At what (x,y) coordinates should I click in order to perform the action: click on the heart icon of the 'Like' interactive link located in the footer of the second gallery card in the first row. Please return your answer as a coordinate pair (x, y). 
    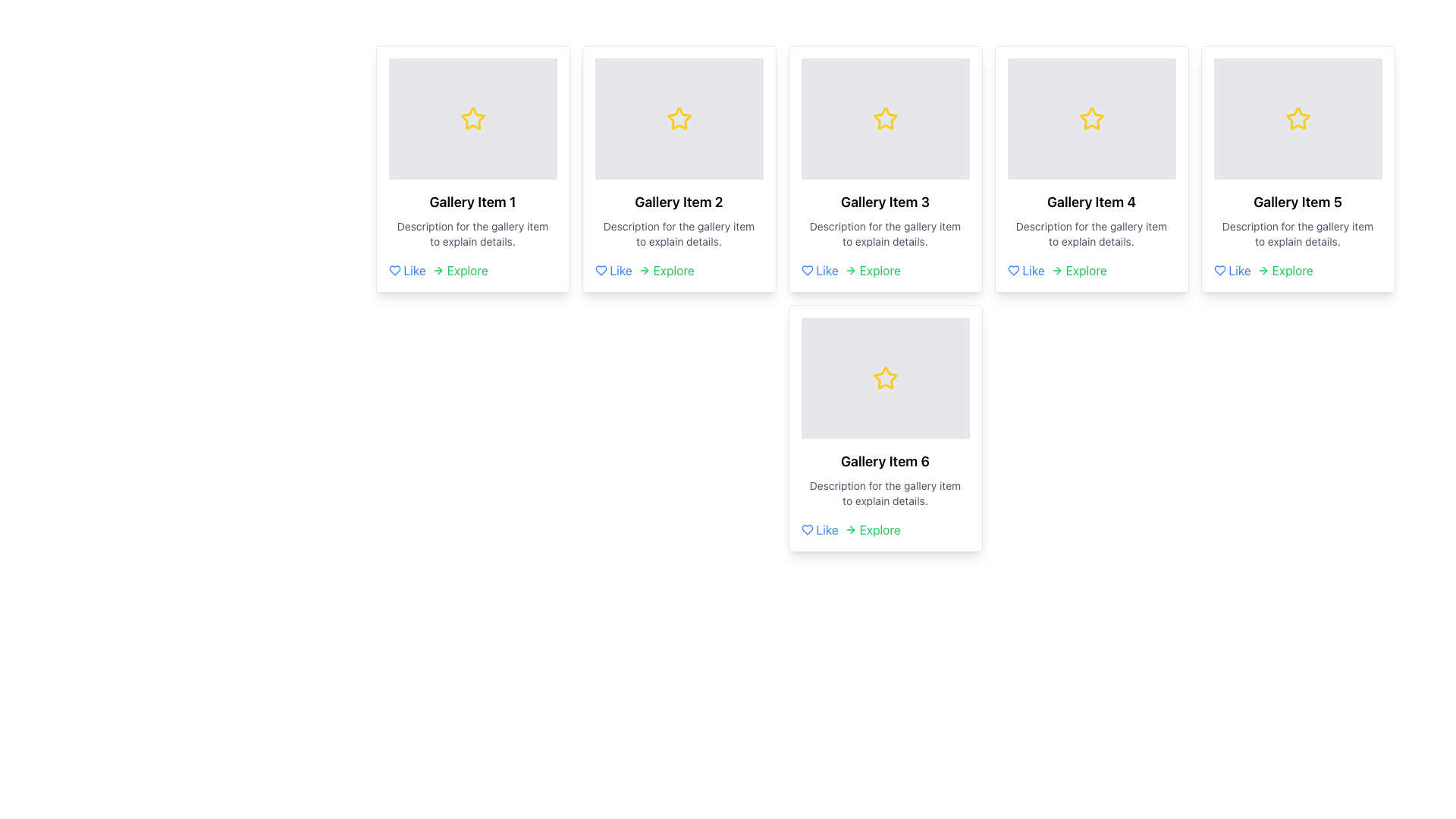
    Looking at the image, I should click on (613, 270).